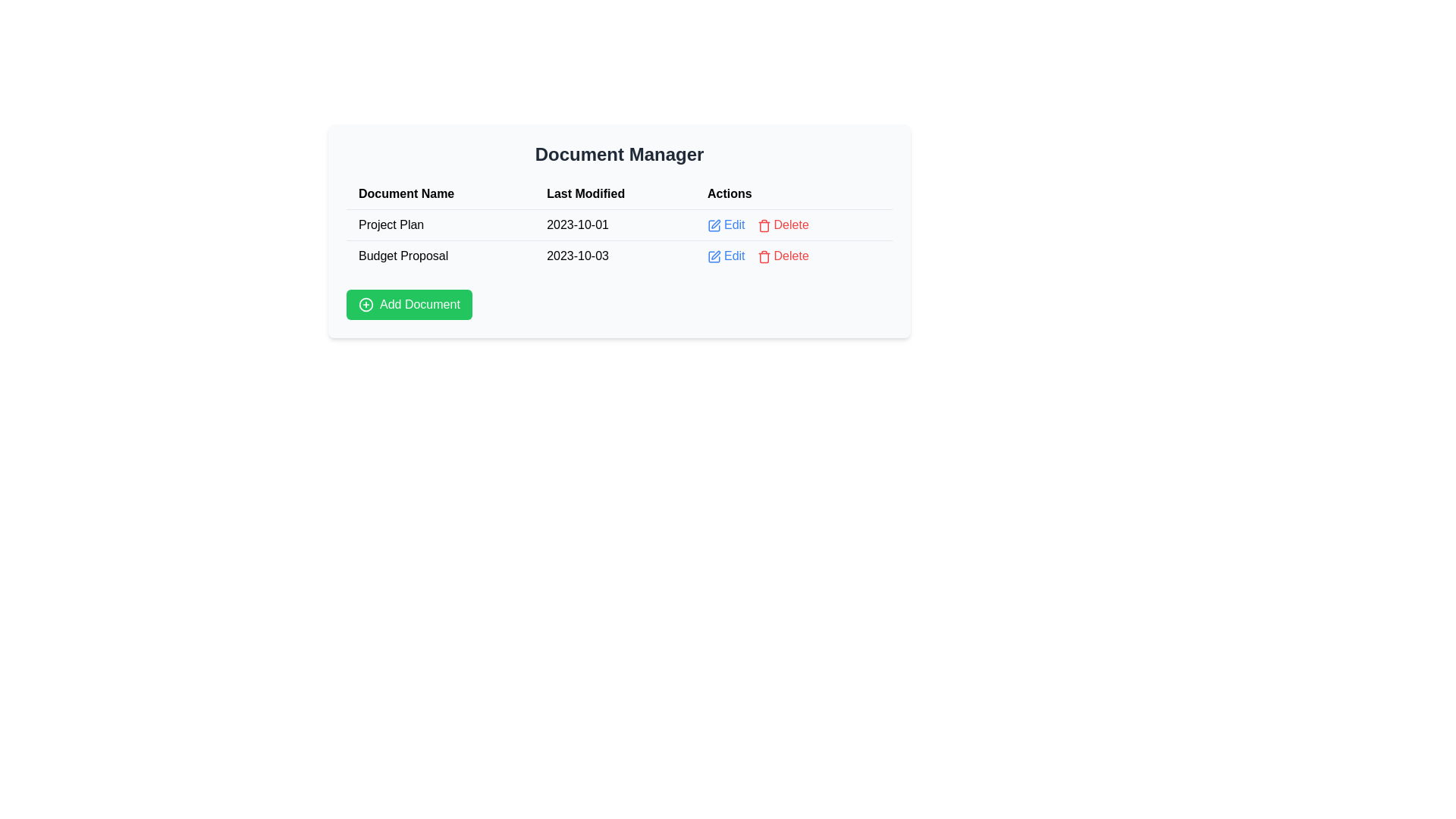 Image resolution: width=1456 pixels, height=819 pixels. What do you see at coordinates (619, 255) in the screenshot?
I see `the 'Delete' button in the second row of the Document Manager table` at bounding box center [619, 255].